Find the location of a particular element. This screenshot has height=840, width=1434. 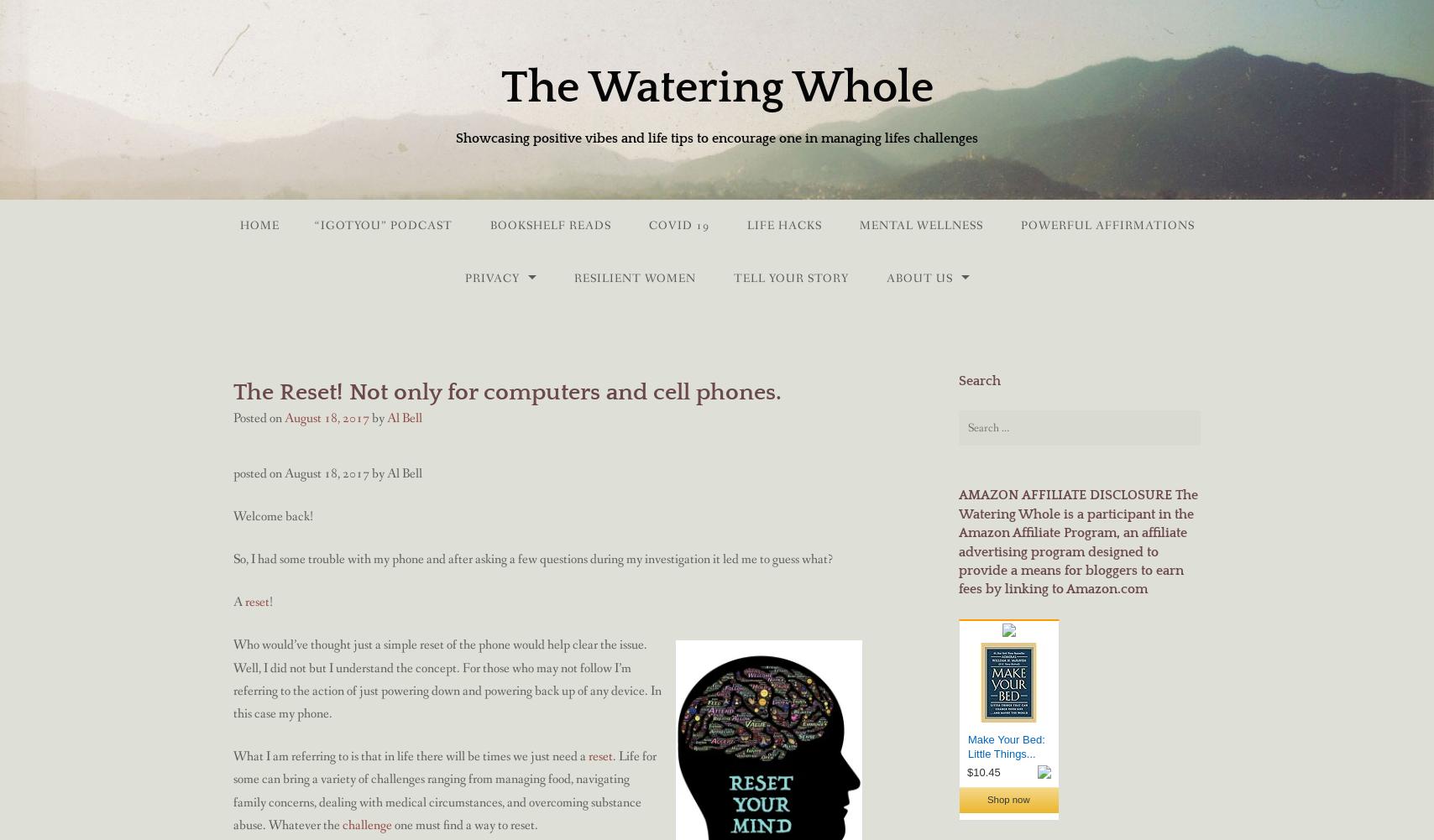

'BookShelf Reads' is located at coordinates (489, 224).